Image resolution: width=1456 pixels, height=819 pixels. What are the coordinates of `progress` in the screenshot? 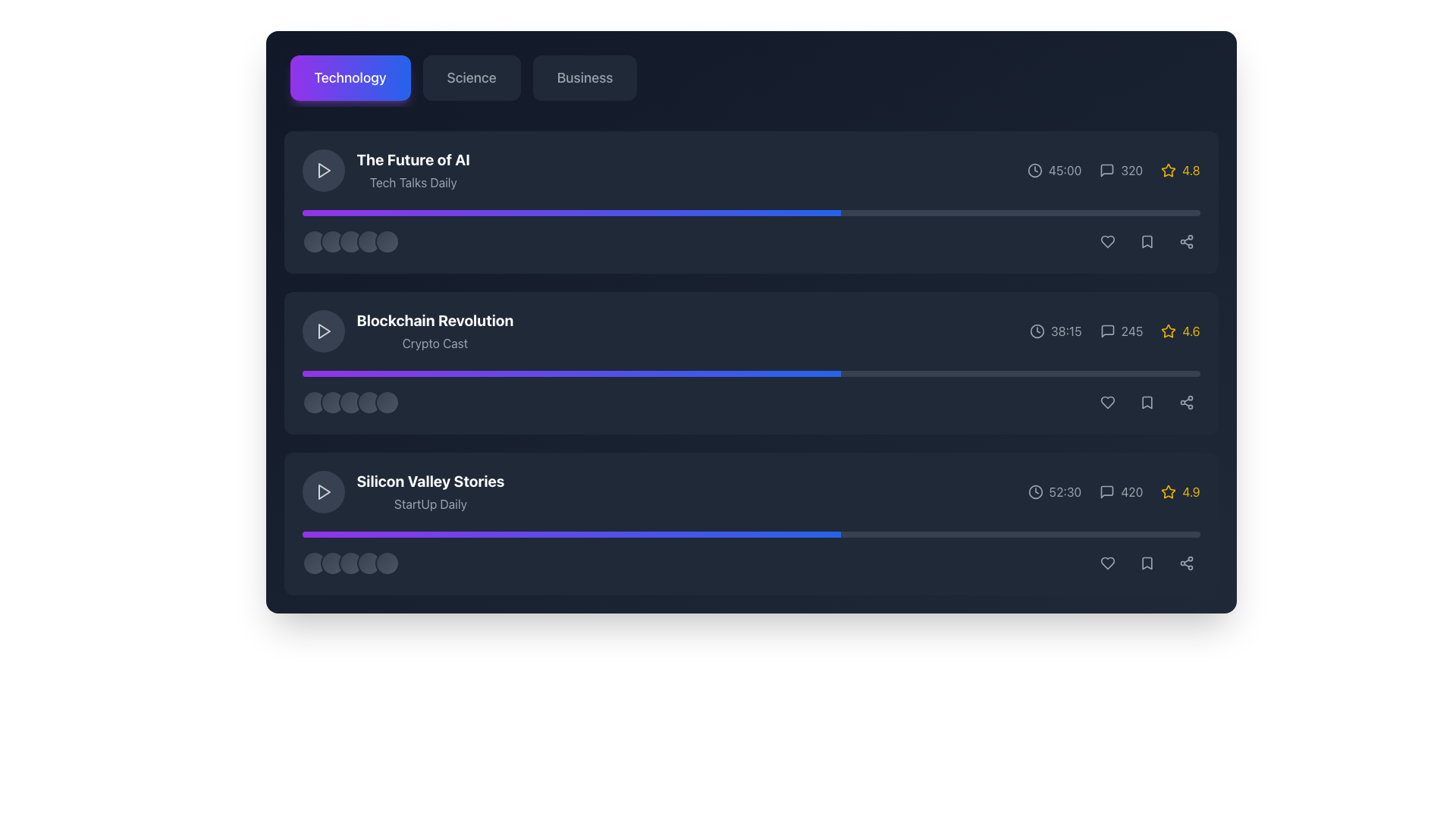 It's located at (360, 374).